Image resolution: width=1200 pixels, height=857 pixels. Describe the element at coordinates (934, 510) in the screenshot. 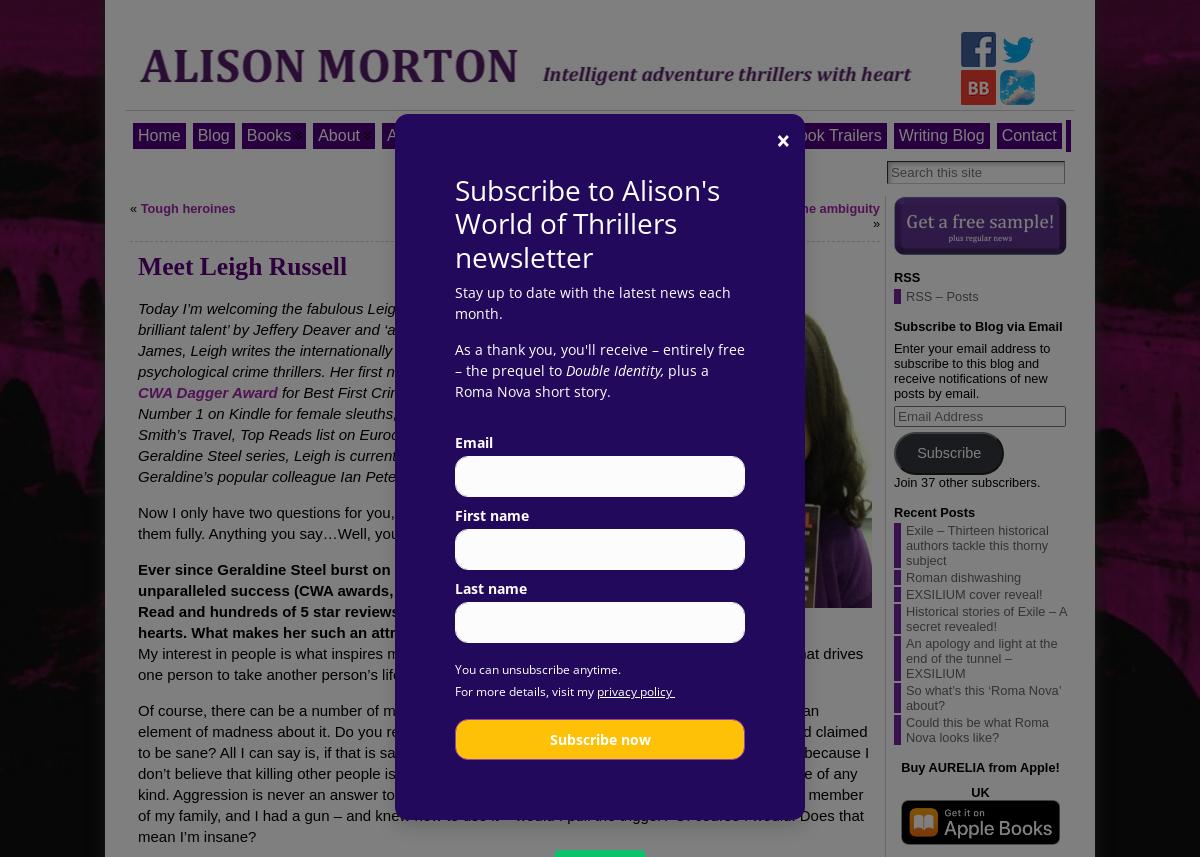

I see `'Recent Posts'` at that location.